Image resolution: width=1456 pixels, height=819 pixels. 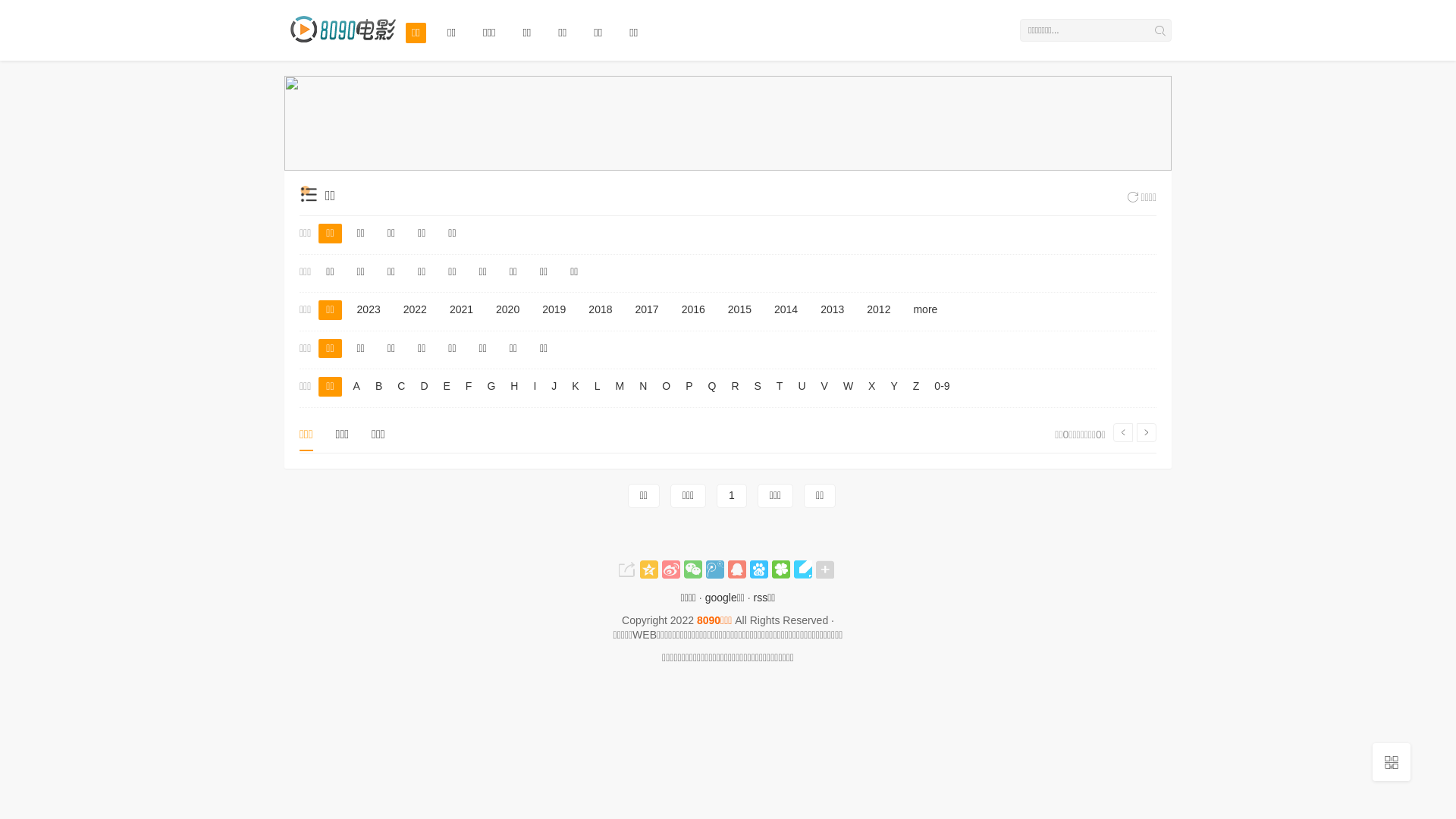 What do you see at coordinates (619, 385) in the screenshot?
I see `'M'` at bounding box center [619, 385].